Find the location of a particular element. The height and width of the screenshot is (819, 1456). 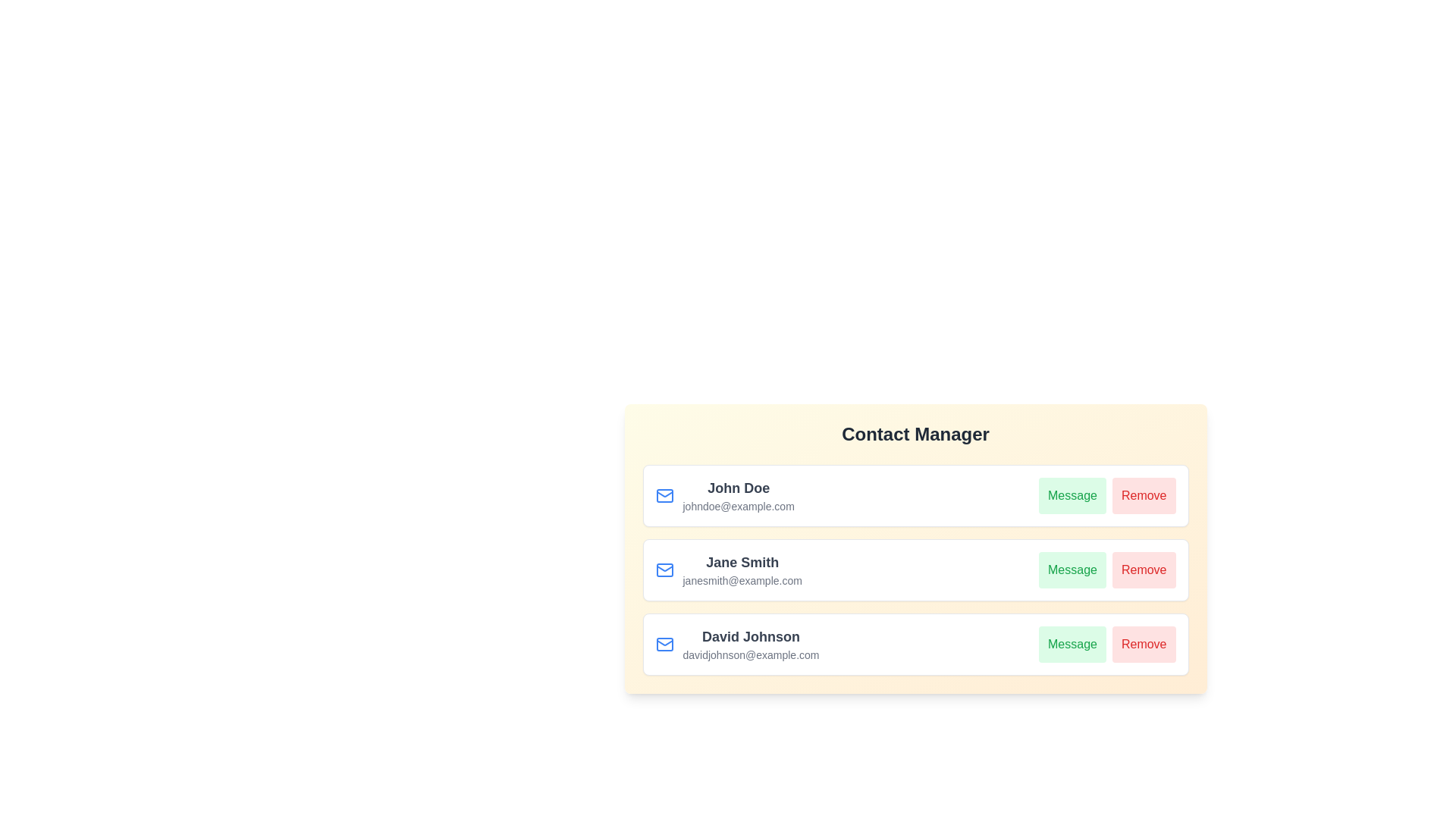

Remove button for the contact Jane Smith is located at coordinates (1144, 570).